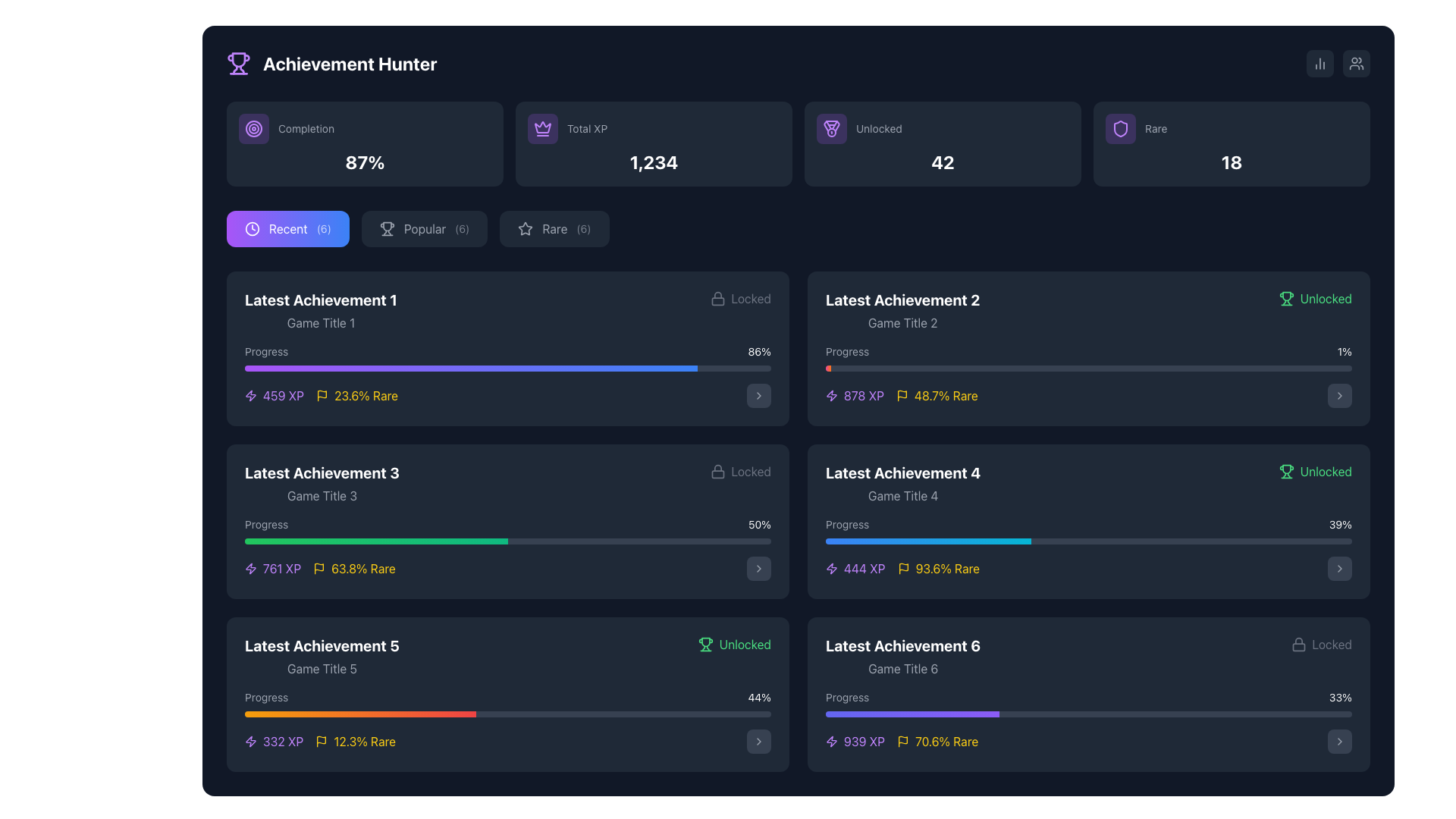  What do you see at coordinates (942, 162) in the screenshot?
I see `the numerical summary text indicating the number of unlocked achievements` at bounding box center [942, 162].